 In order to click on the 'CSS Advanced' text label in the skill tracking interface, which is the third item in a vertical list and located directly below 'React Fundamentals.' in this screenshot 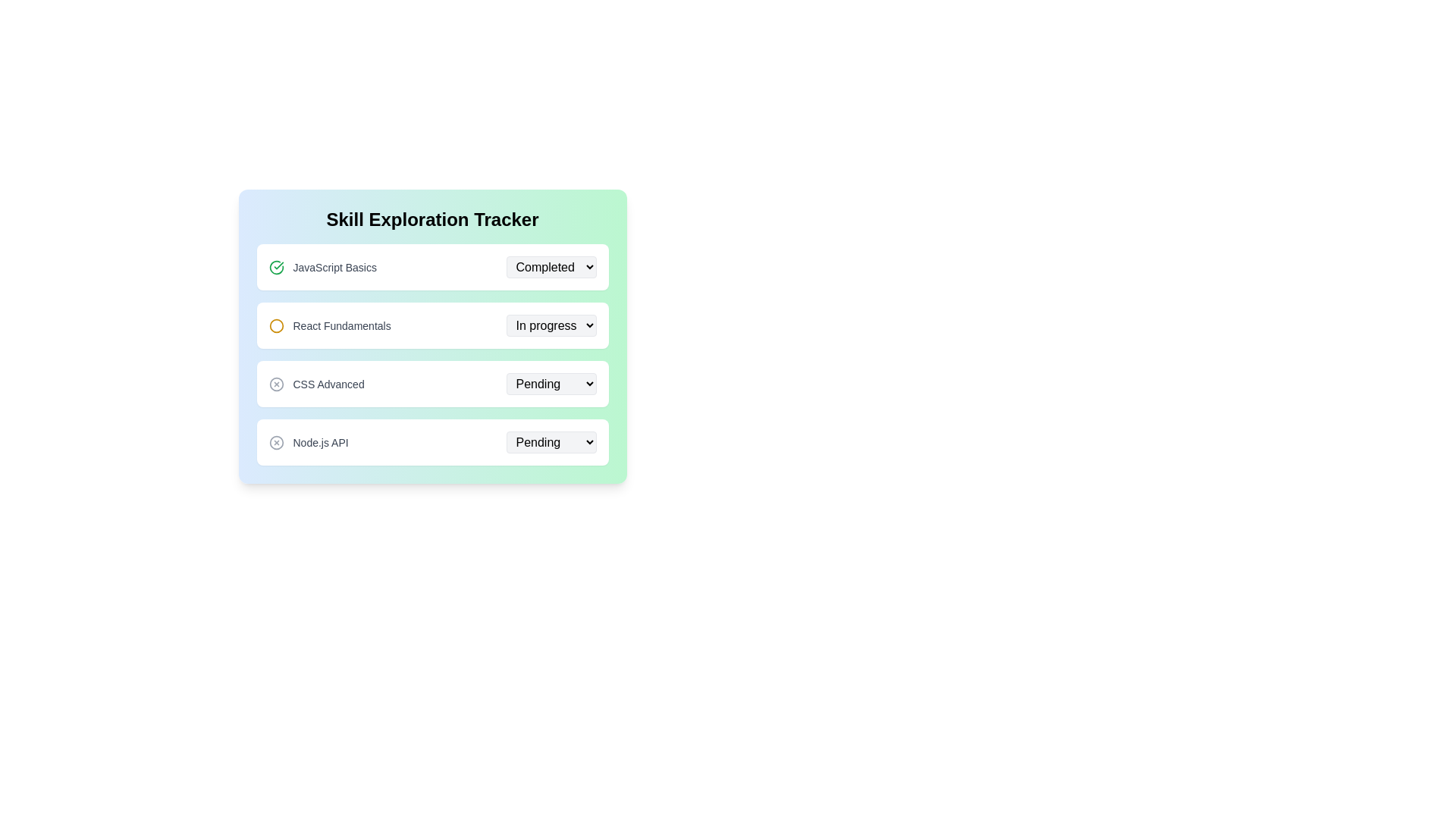, I will do `click(328, 383)`.